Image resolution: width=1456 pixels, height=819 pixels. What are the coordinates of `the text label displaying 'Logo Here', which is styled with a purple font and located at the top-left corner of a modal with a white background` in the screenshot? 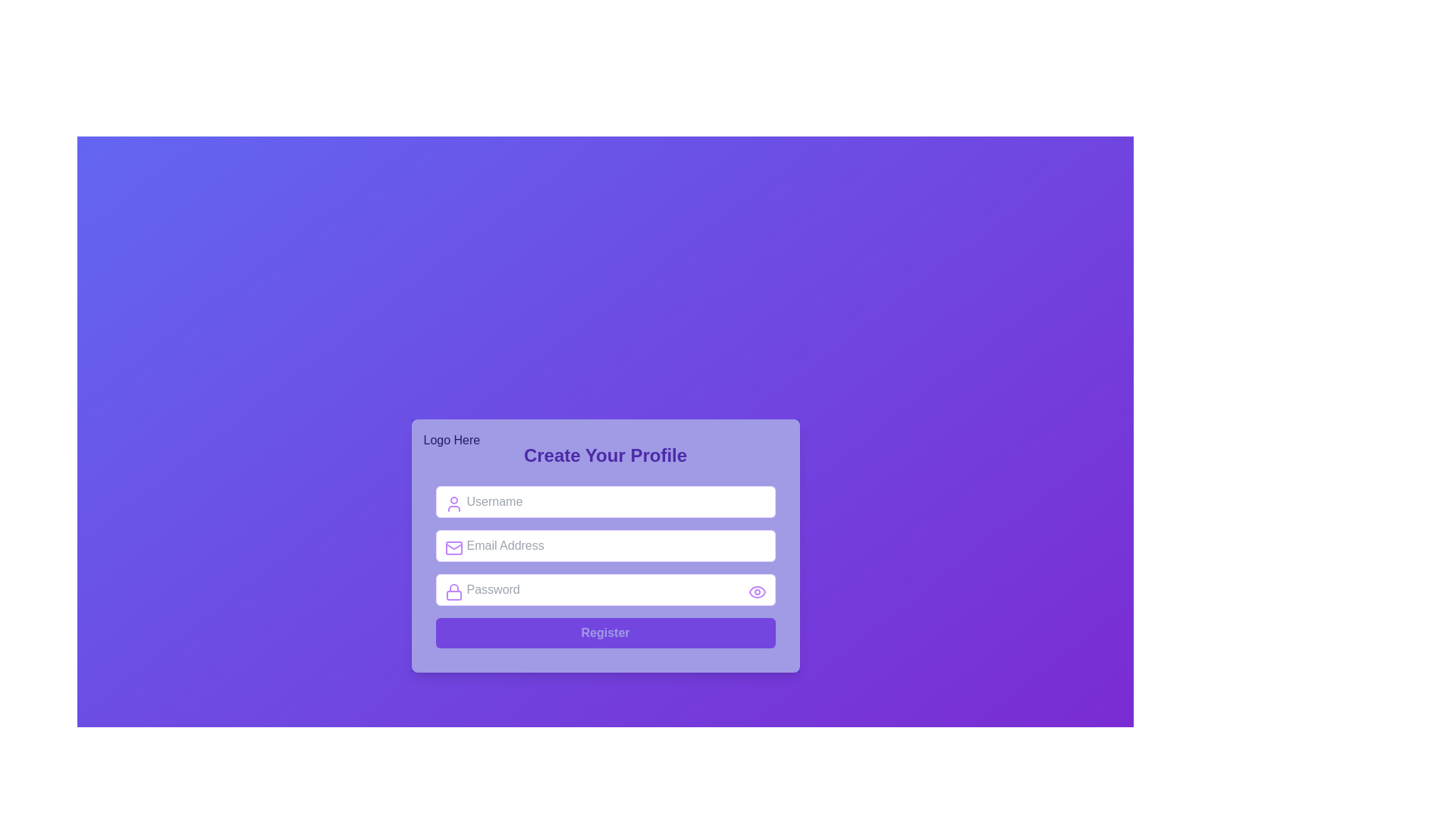 It's located at (450, 441).